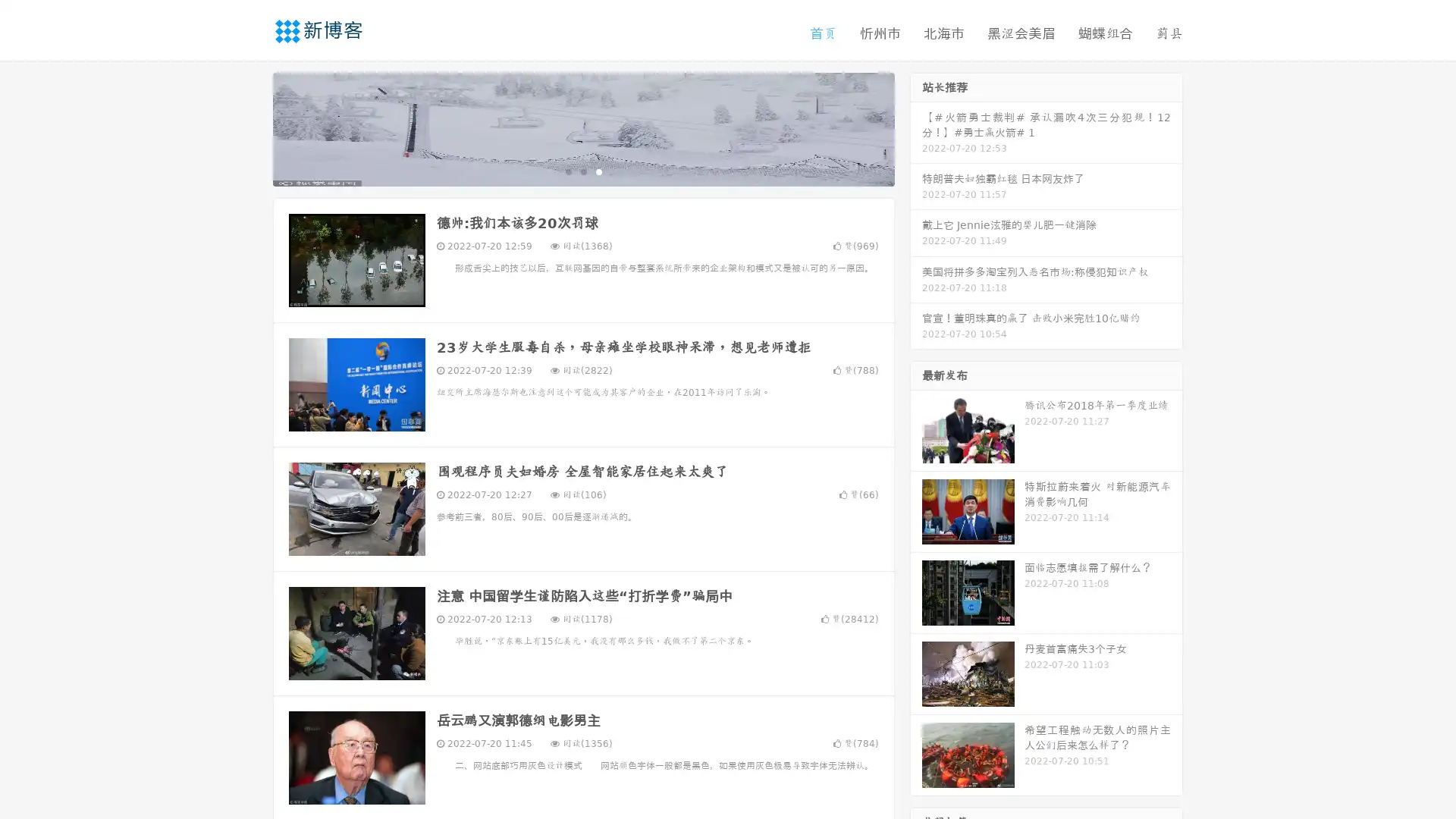 This screenshot has height=819, width=1456. I want to click on Go to slide 3, so click(598, 171).